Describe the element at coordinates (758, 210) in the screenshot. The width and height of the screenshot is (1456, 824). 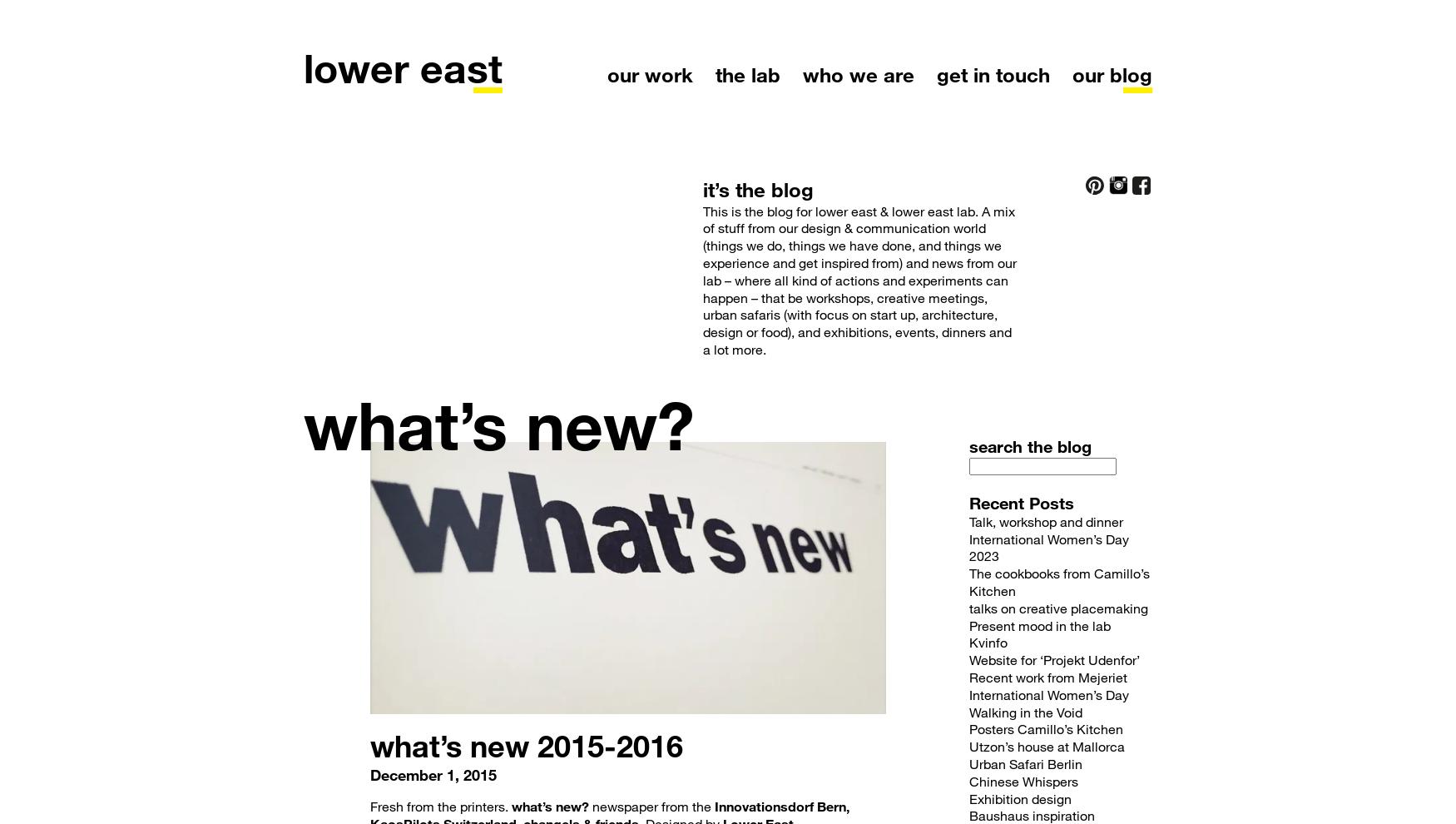
I see `'This is the blog for'` at that location.